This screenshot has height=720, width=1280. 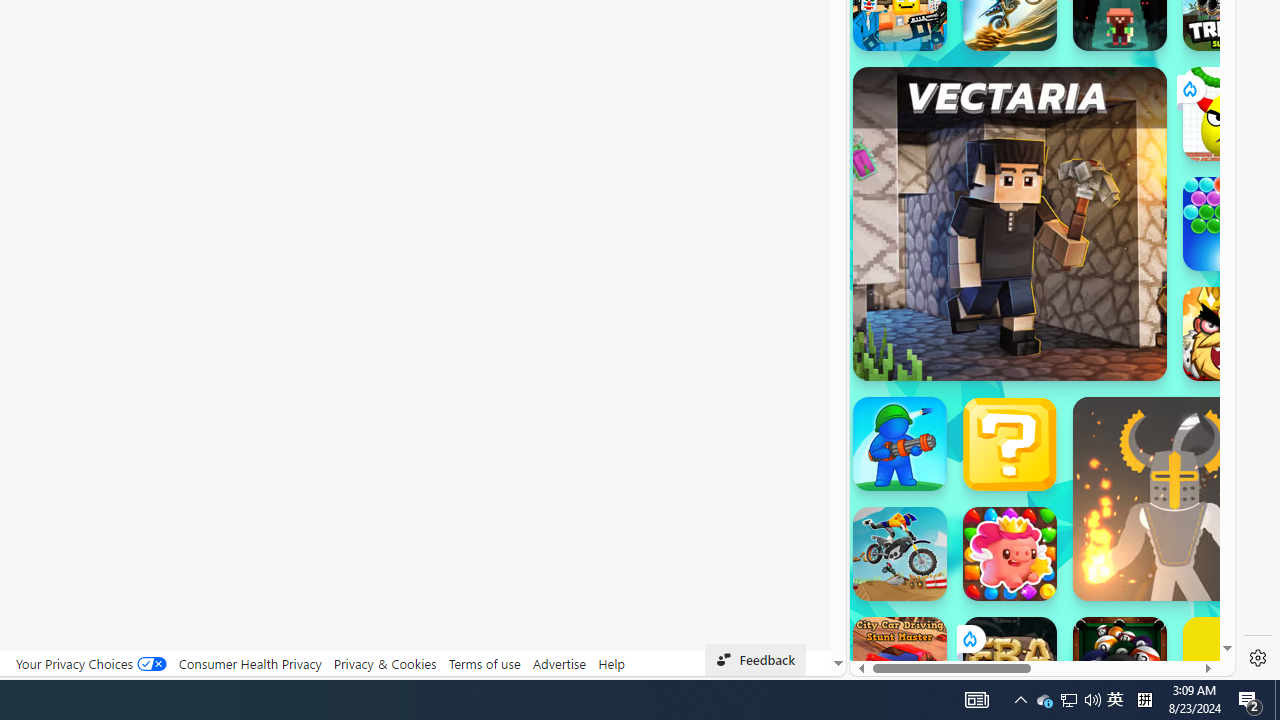 I want to click on 'Ragdoll Hit Ragdoll Hit', so click(x=1175, y=497).